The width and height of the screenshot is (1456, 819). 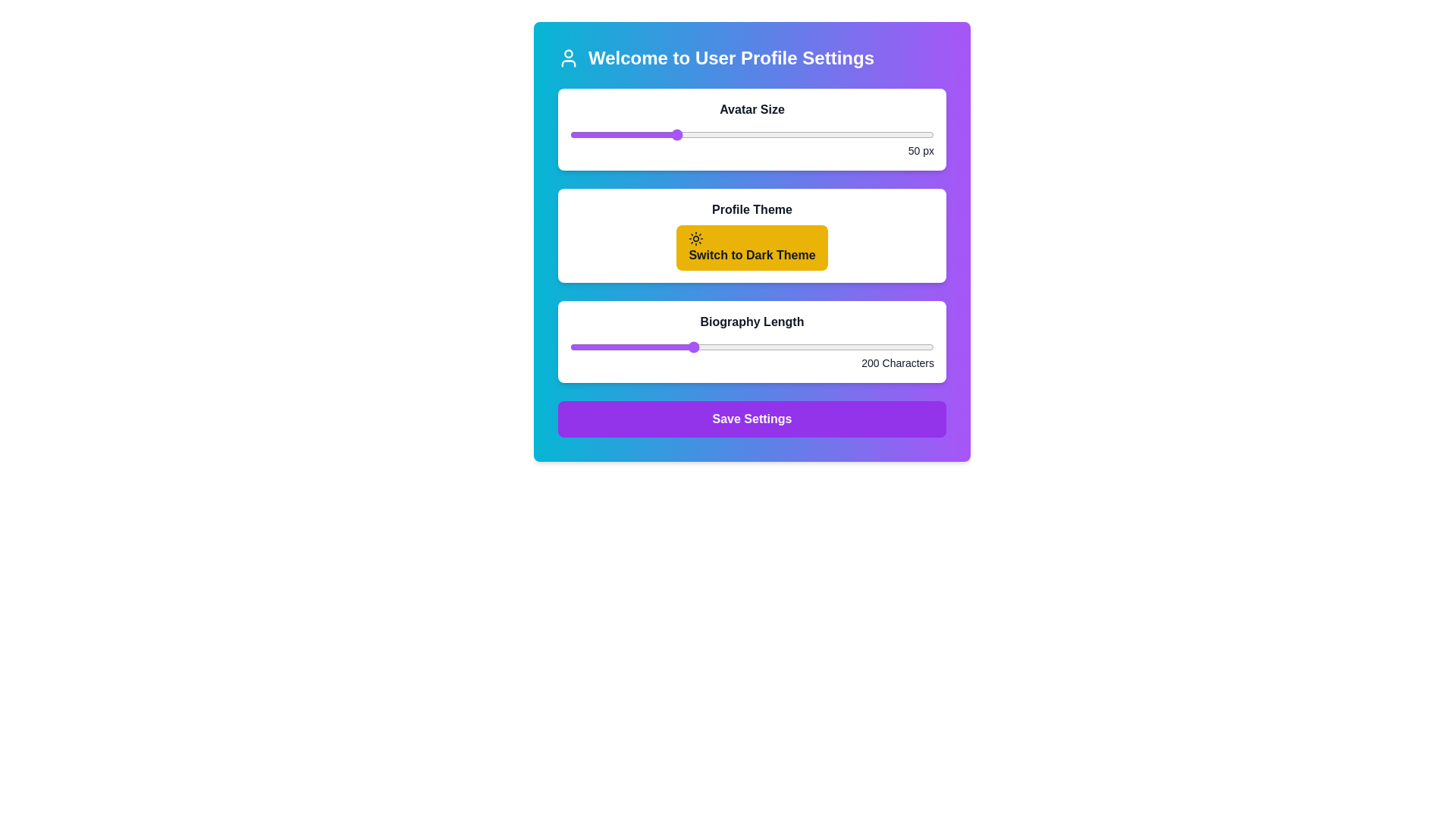 I want to click on the slider, so click(x=664, y=133).